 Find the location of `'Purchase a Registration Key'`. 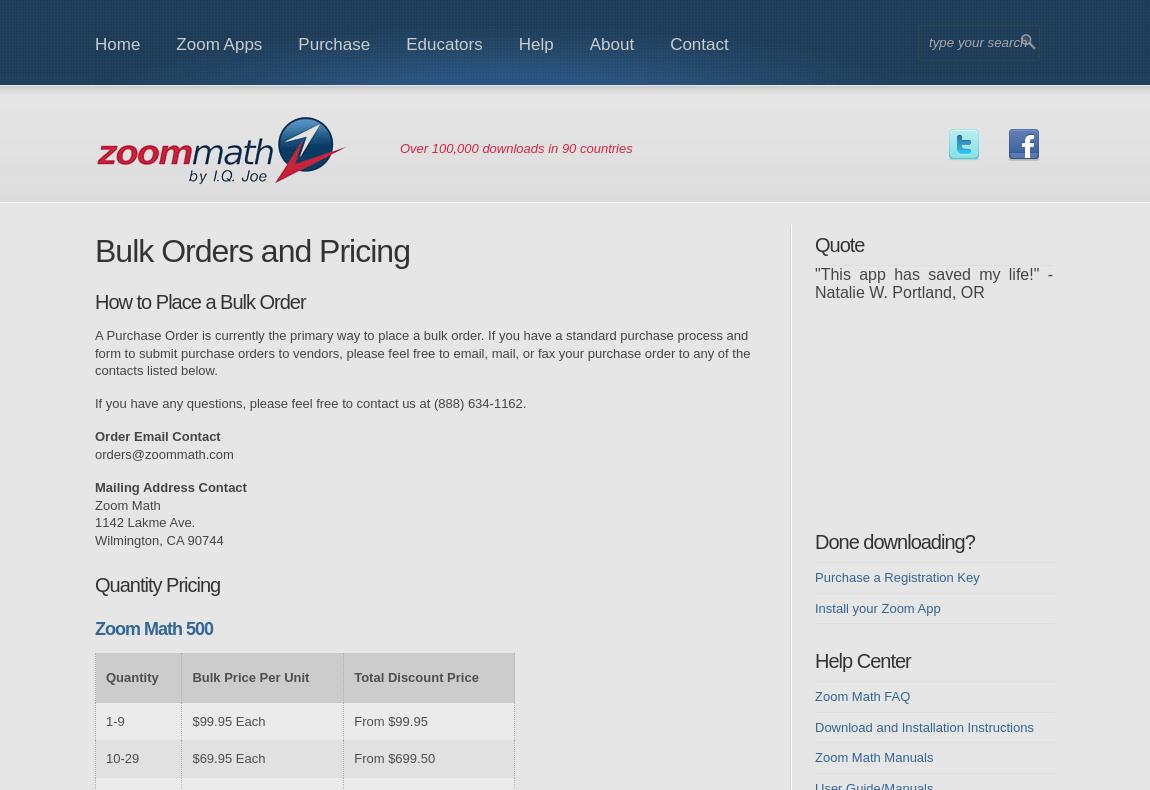

'Purchase a Registration Key' is located at coordinates (897, 576).